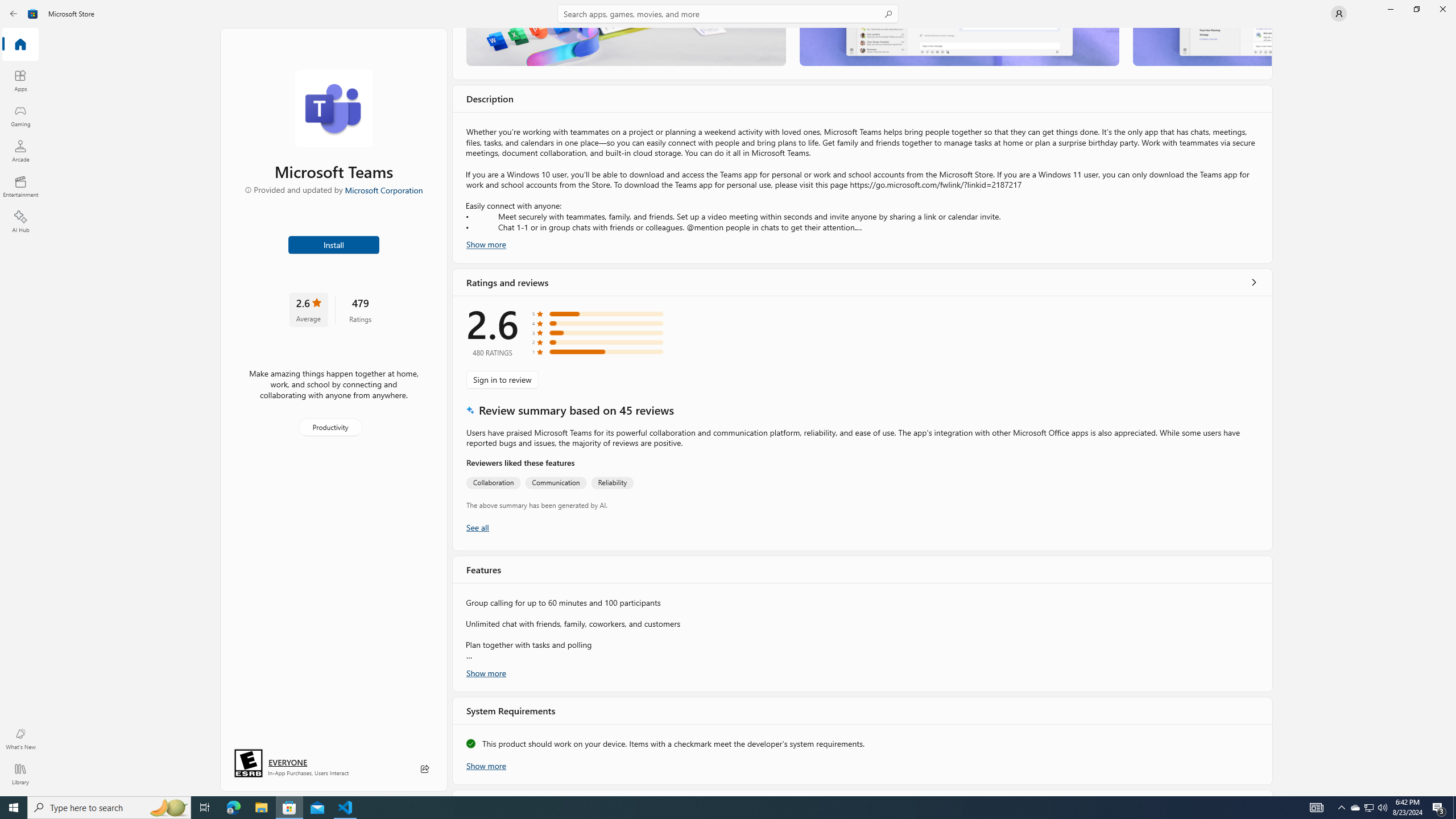  Describe the element at coordinates (1201, 46) in the screenshot. I see `'Screenshot 3'` at that location.